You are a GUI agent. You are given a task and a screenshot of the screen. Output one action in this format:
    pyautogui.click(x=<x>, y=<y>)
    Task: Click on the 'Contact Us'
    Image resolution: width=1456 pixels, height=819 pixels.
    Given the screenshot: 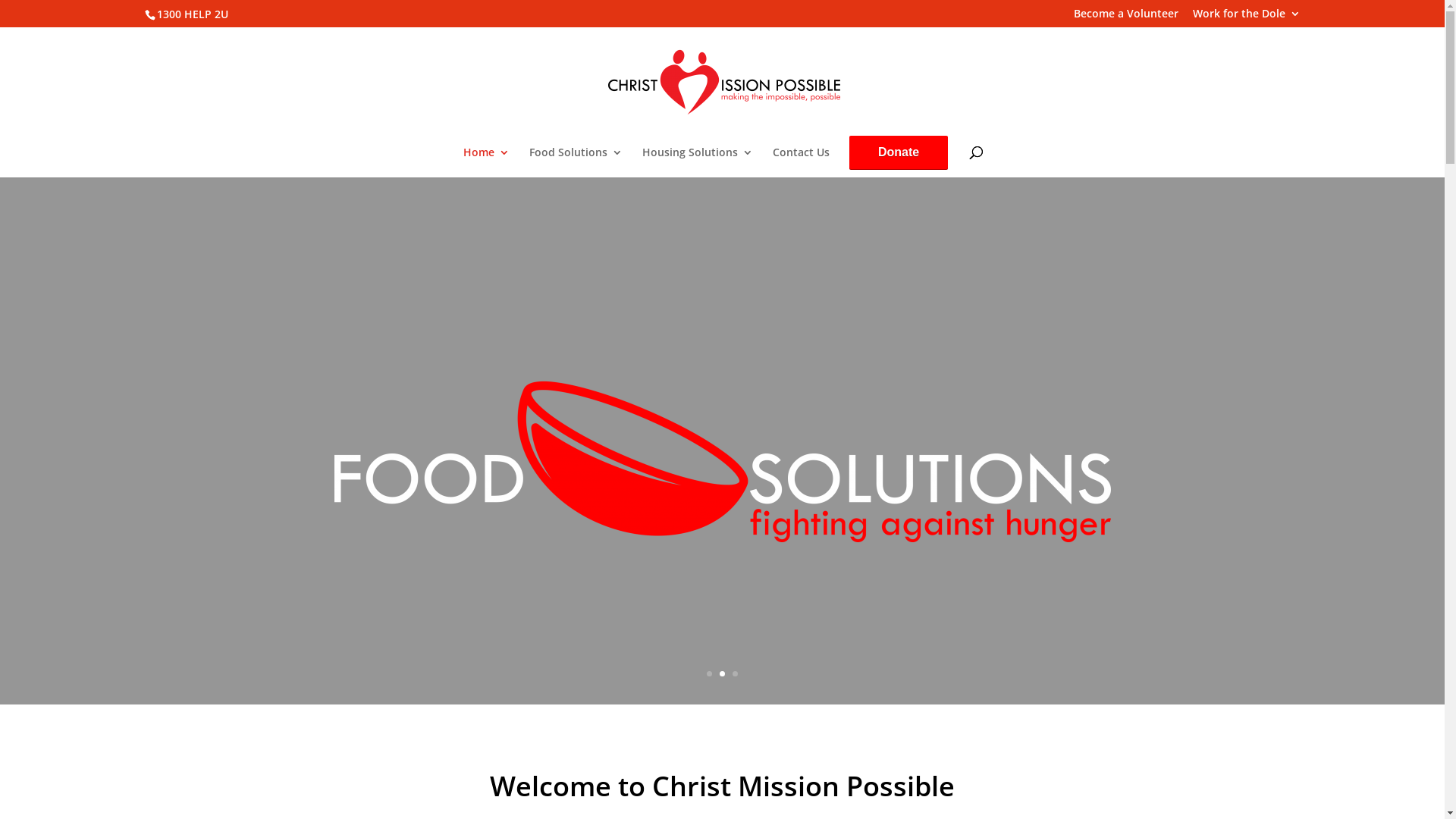 What is the action you would take?
    pyautogui.click(x=800, y=162)
    